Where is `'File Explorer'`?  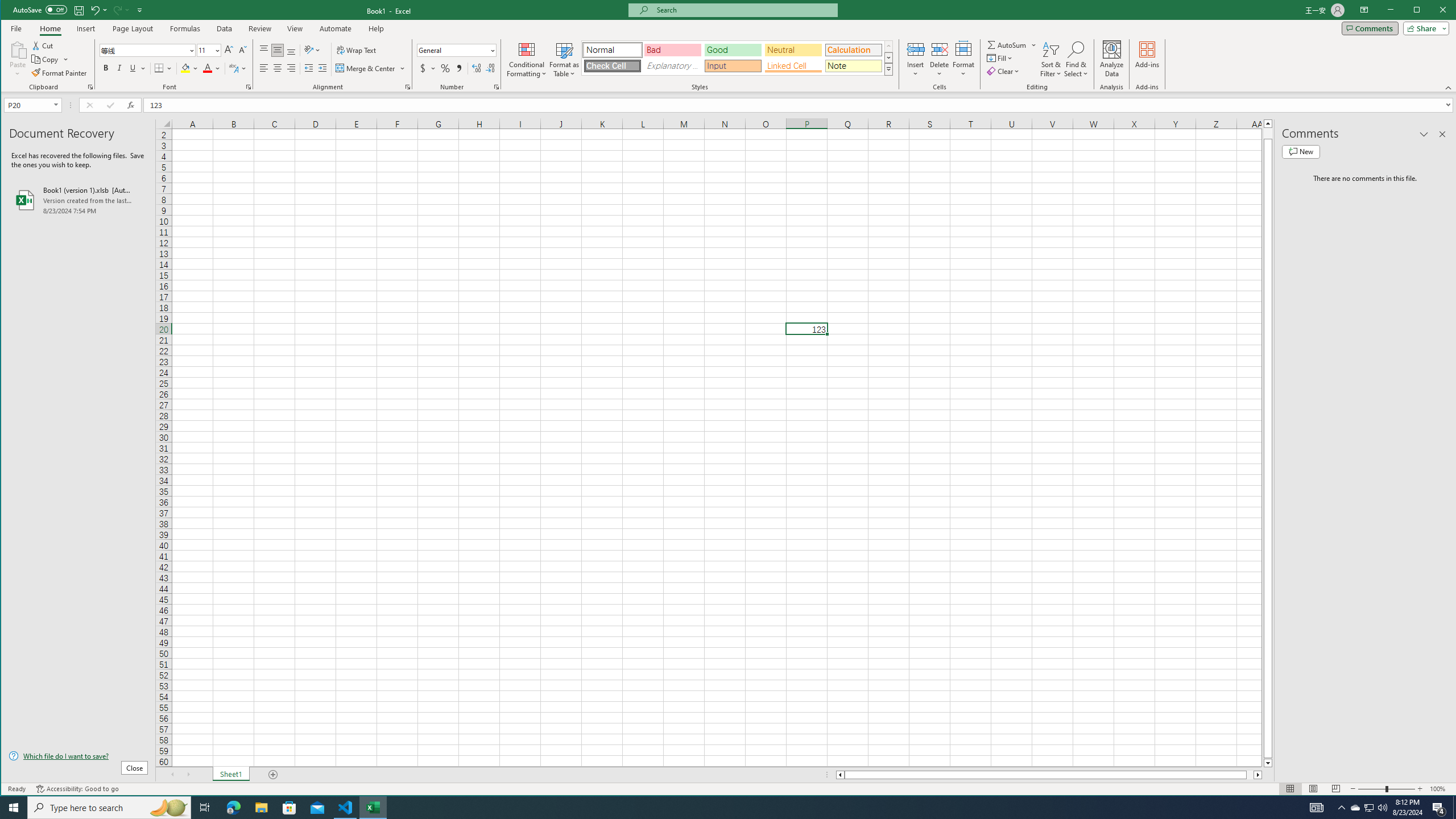
'File Explorer' is located at coordinates (260, 806).